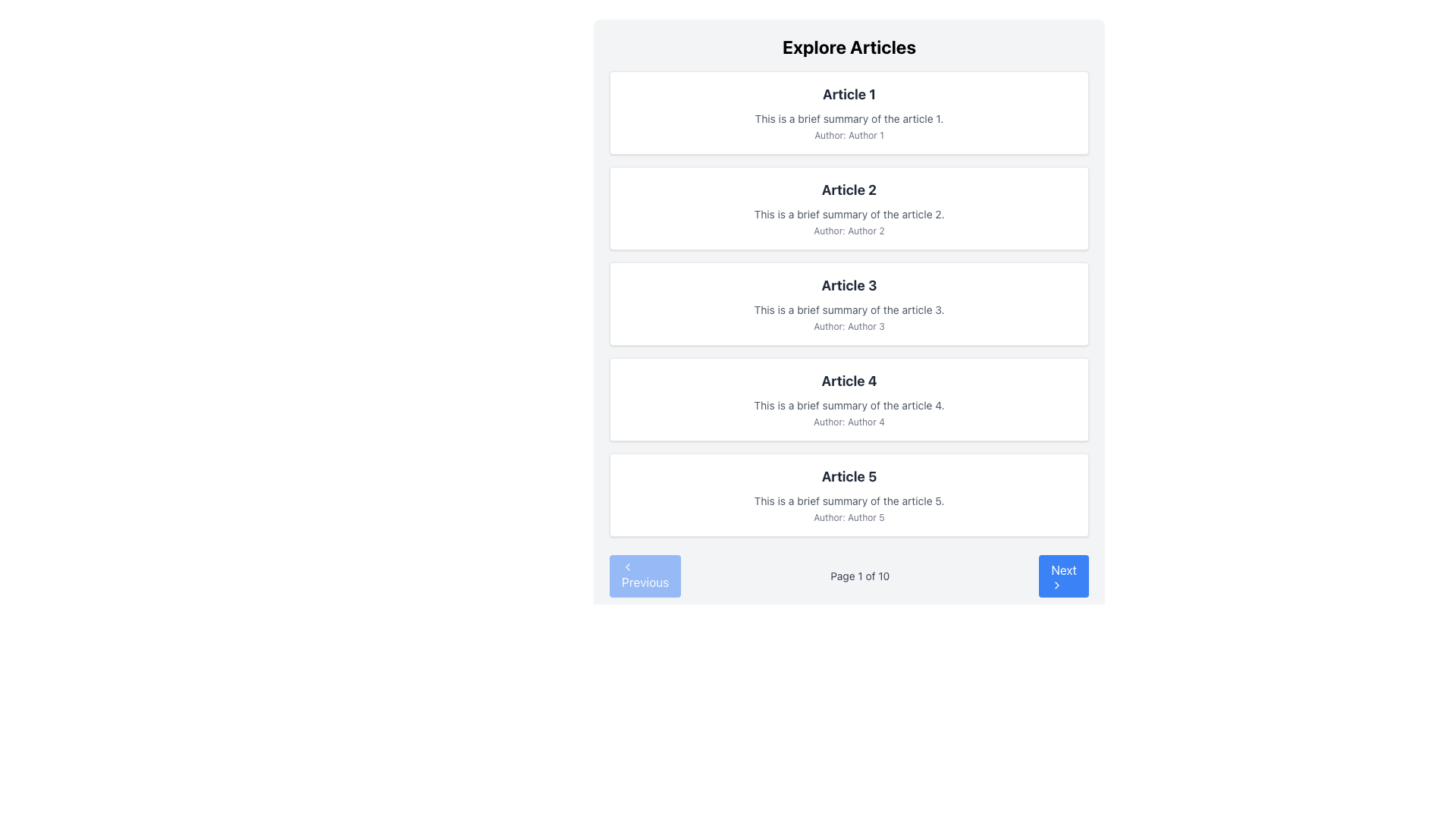  I want to click on the Content Card titled 'Article 1', which is the first card in a vertical list of articles, located just below the 'Explore Articles' section header, so click(848, 112).